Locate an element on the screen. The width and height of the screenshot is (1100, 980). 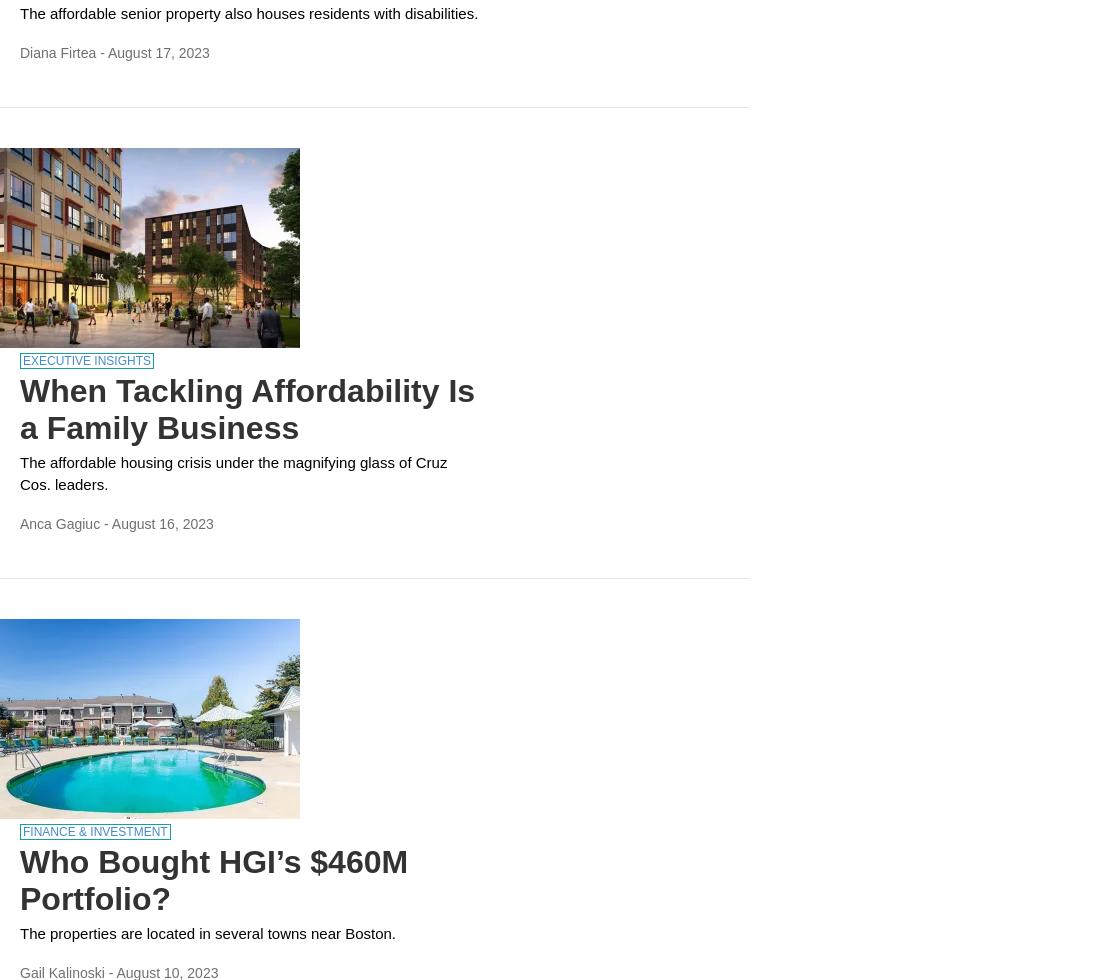
'Anca Gagiuc' is located at coordinates (58, 523).